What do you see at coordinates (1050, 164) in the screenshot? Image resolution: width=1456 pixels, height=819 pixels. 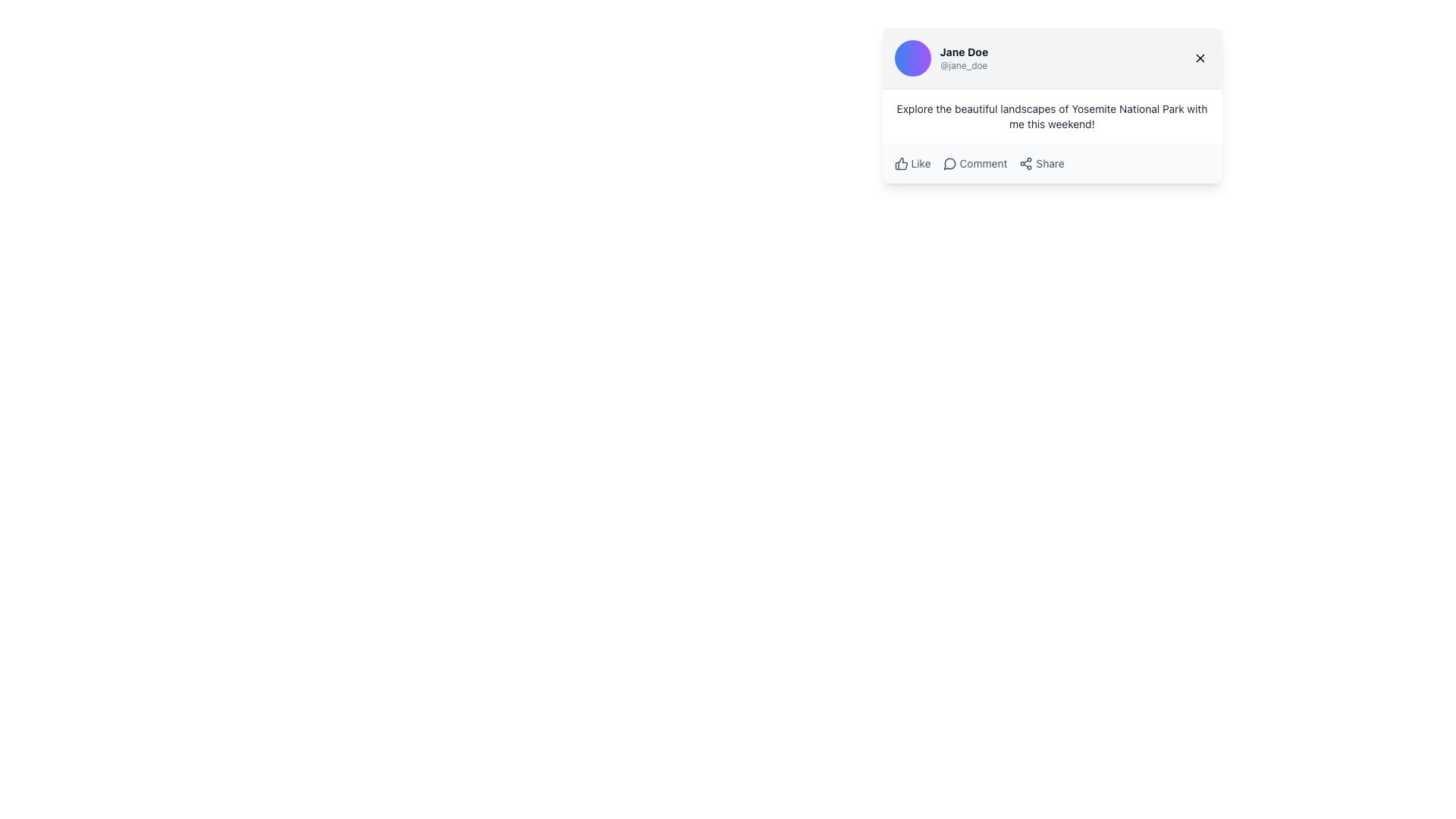 I see `text label 'Share' which is styled with a smaller font size and subdued gray color, located to the right of the share icon` at bounding box center [1050, 164].